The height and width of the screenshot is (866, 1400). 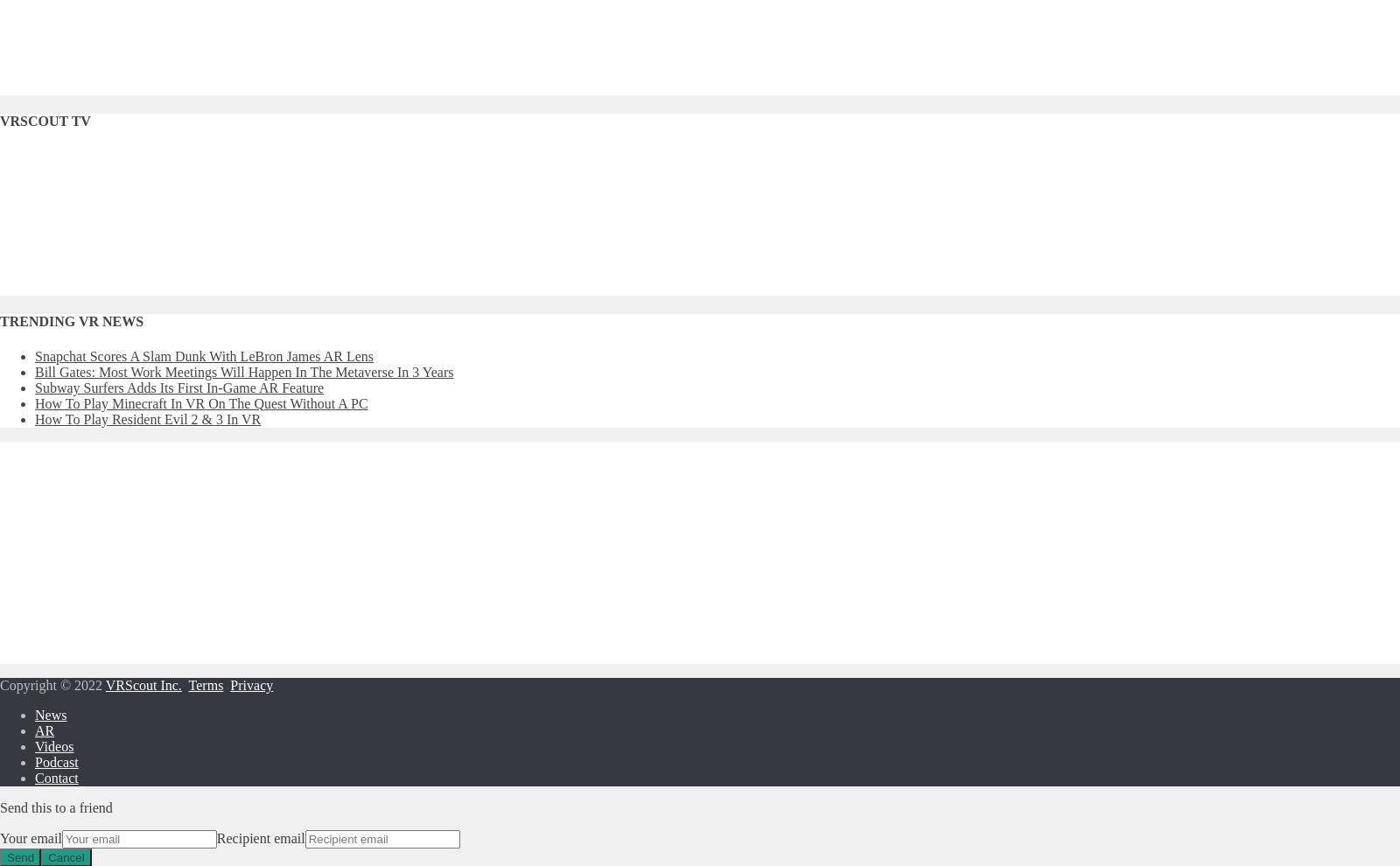 What do you see at coordinates (30, 837) in the screenshot?
I see `'Your email'` at bounding box center [30, 837].